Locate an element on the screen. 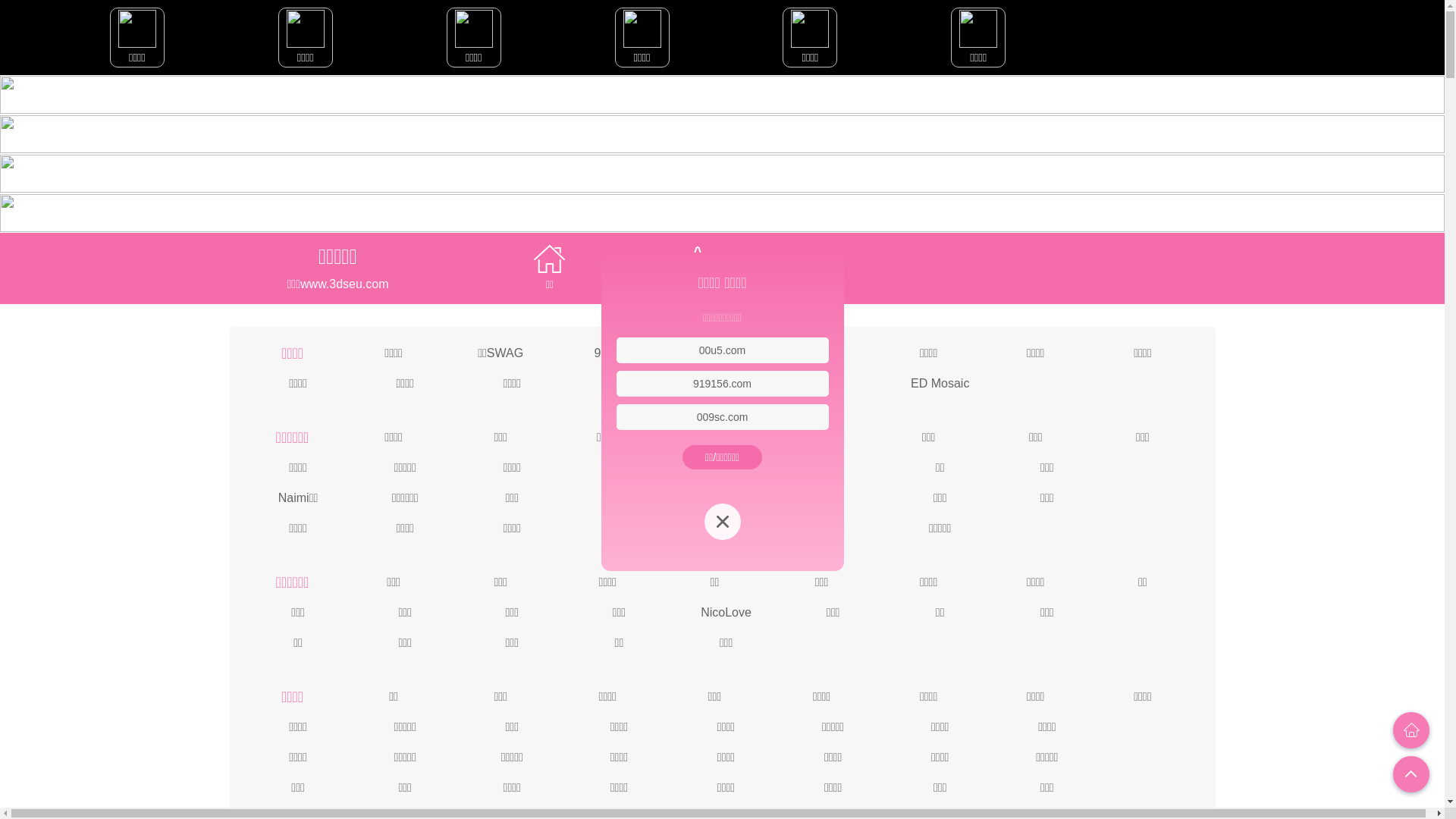 The width and height of the screenshot is (1456, 819). 'NicoLove' is located at coordinates (725, 610).